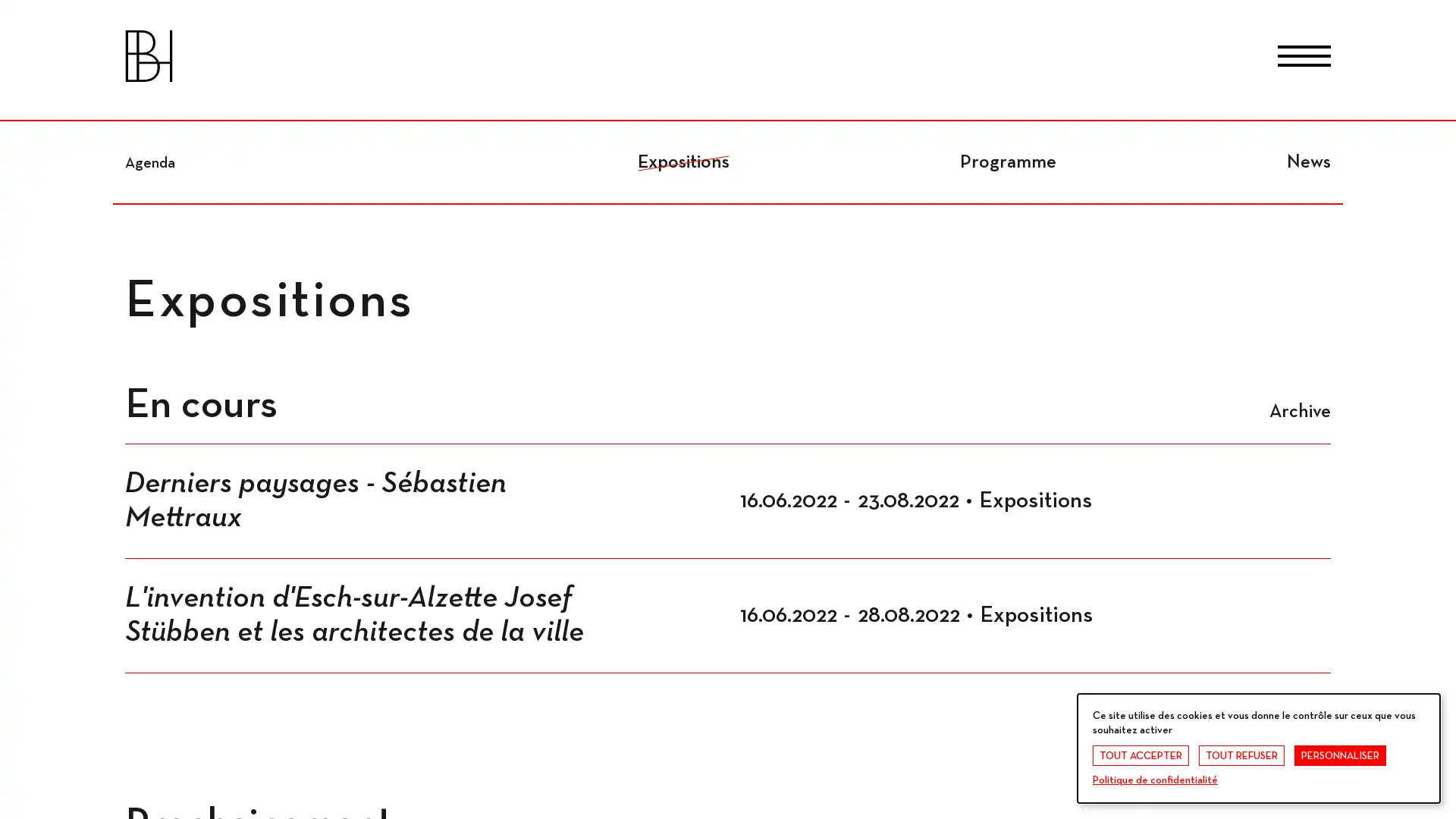 The image size is (1456, 819). What do you see at coordinates (1241, 755) in the screenshot?
I see `TOUT REFUSER` at bounding box center [1241, 755].